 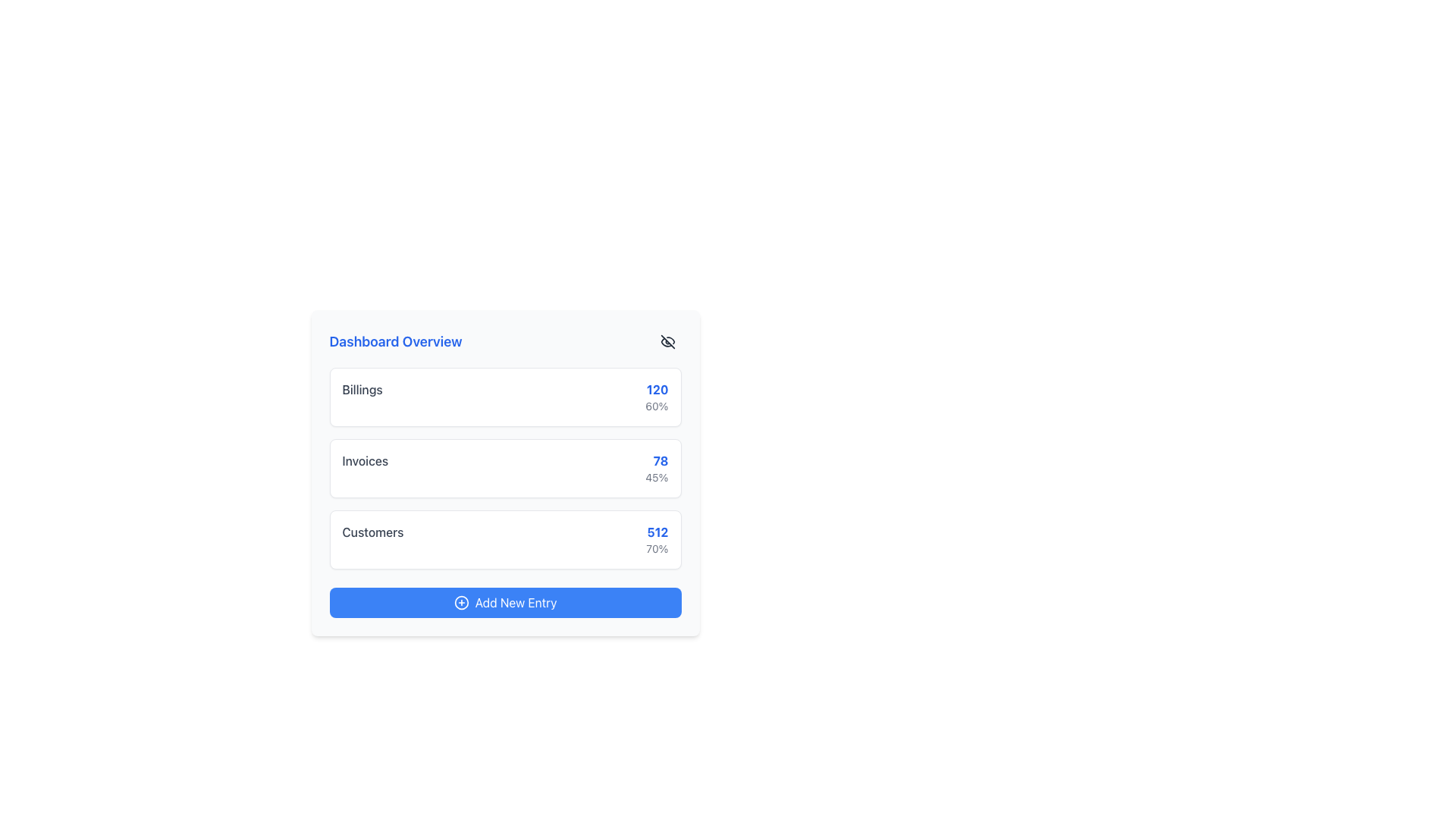 I want to click on the 'Invoices' summary statistics card, which has a white background, rounded corners, and displays the numeric value '78' in bold blue font, so click(x=505, y=467).